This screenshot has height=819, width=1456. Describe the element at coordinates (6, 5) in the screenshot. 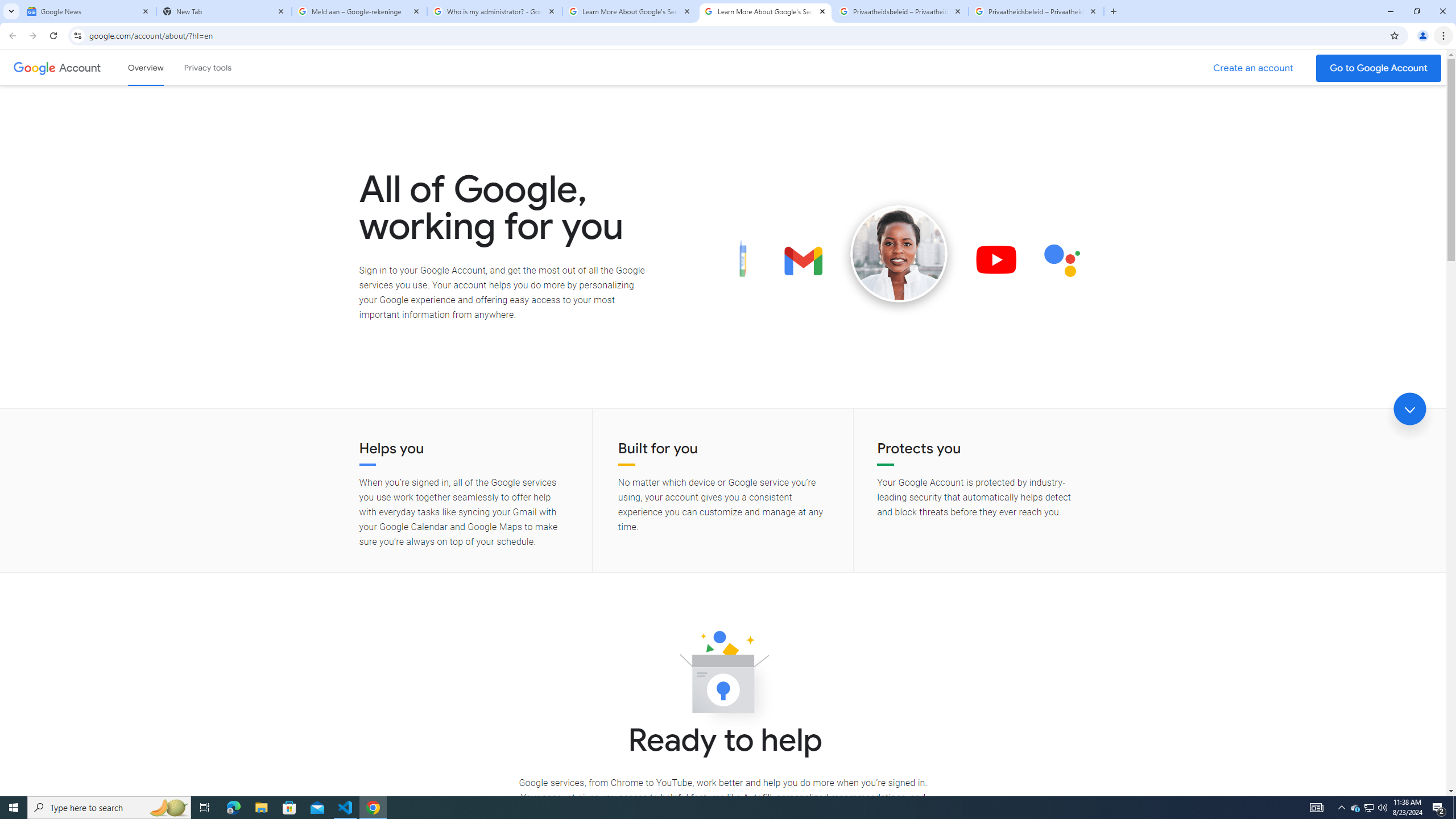

I see `'System'` at that location.